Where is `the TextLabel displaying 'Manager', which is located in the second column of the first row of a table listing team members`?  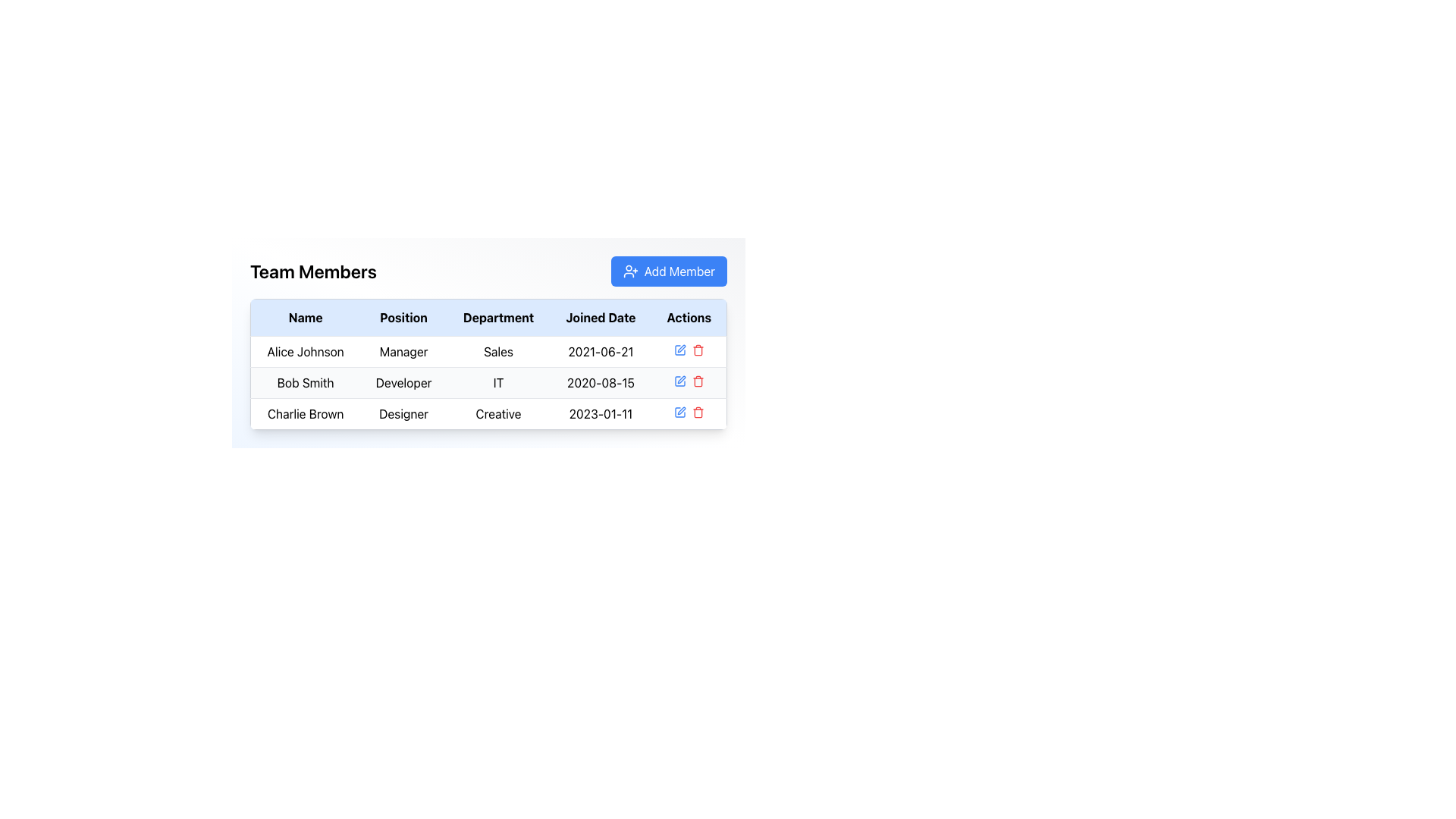 the TextLabel displaying 'Manager', which is located in the second column of the first row of a table listing team members is located at coordinates (403, 351).